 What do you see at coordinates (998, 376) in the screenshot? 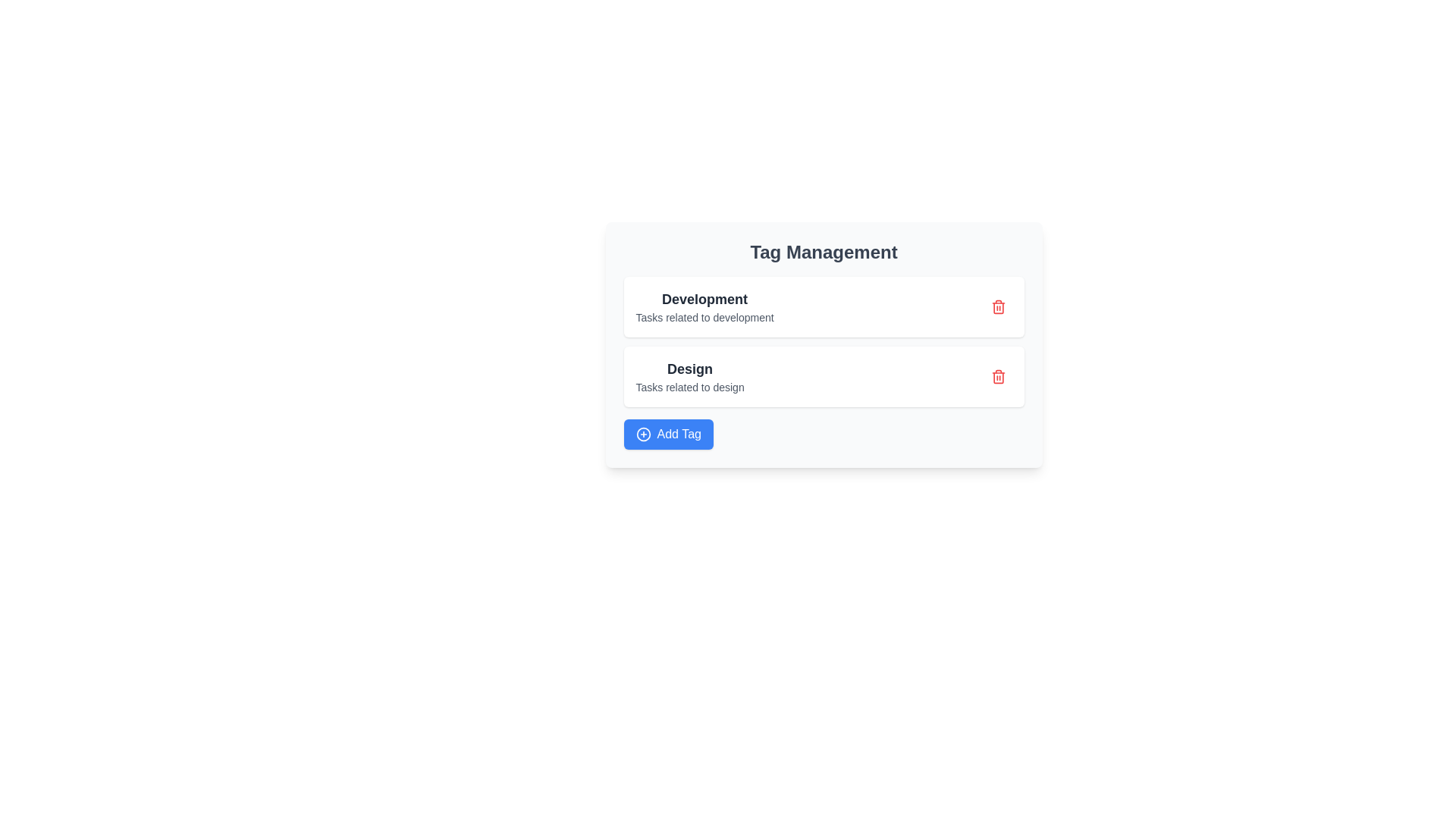
I see `the icon button located to the far right of the 'Design' item in the 'Tag Management' list` at bounding box center [998, 376].